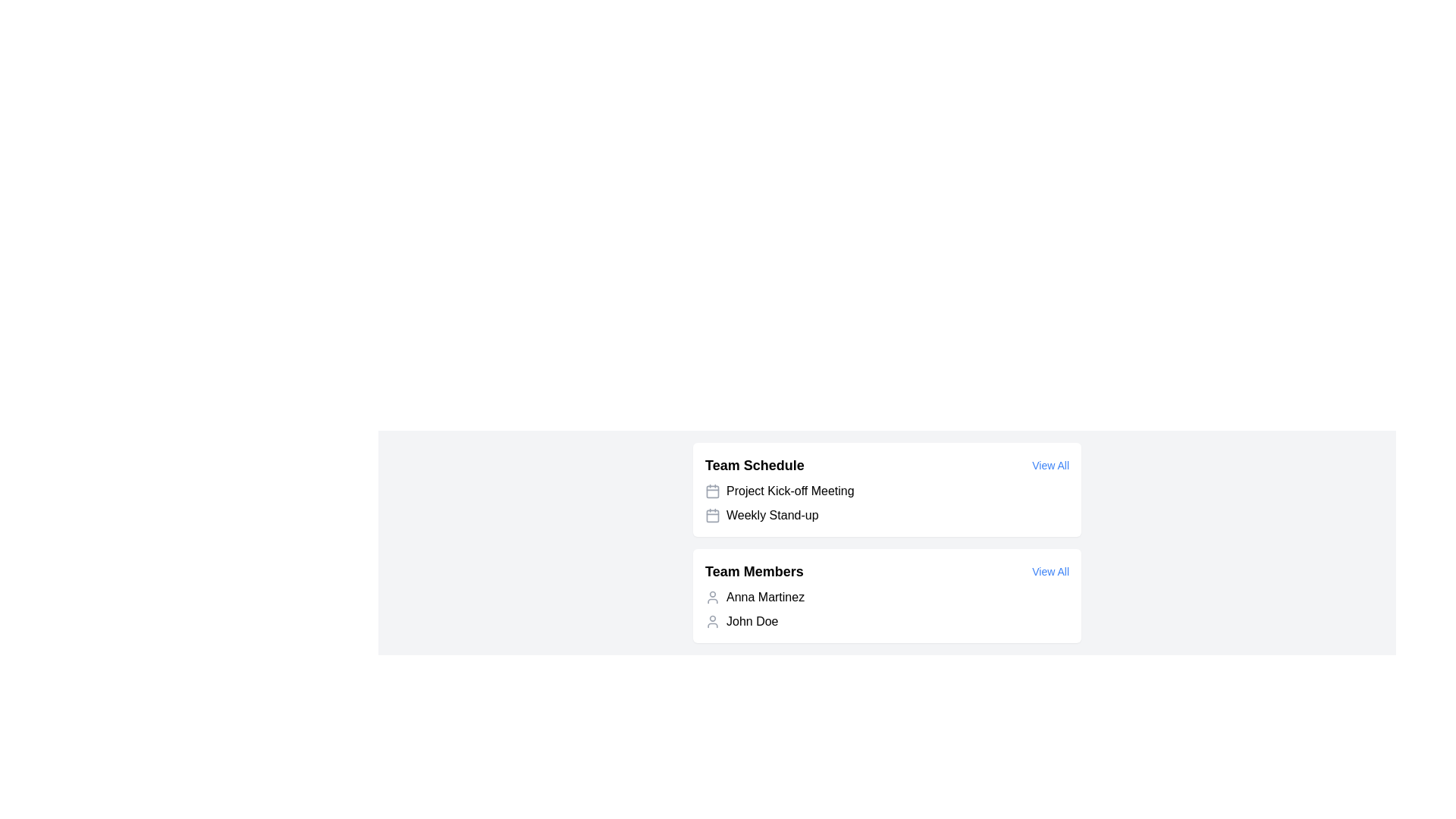 The height and width of the screenshot is (819, 1456). Describe the element at coordinates (1050, 464) in the screenshot. I see `the 'View All' hyperlink styled as a button located in the top-right corner of the 'Team Schedule' section` at that location.